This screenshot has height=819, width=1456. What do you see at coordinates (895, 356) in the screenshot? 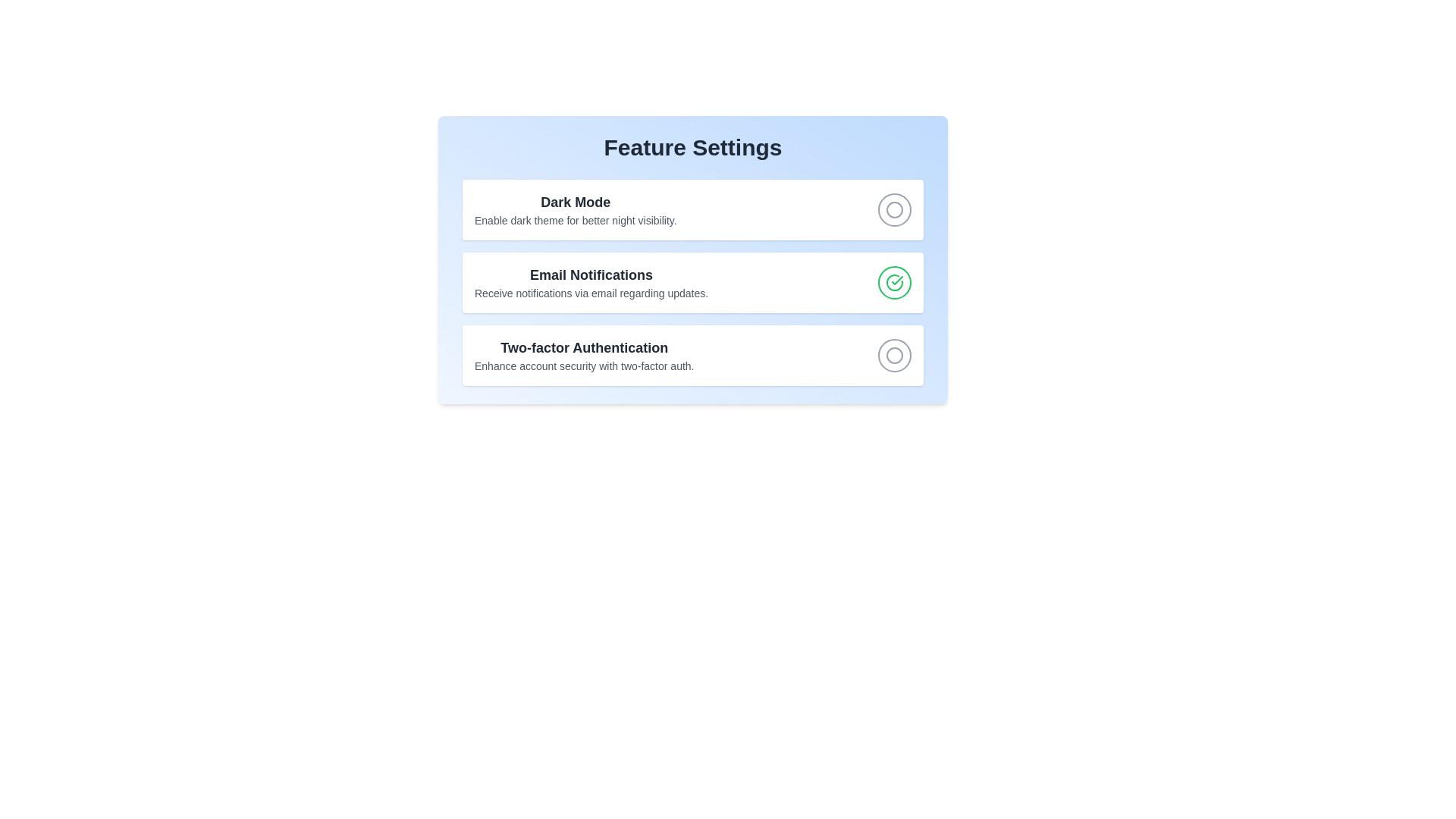
I see `the circular icon representing 'Two-factor Authentication' located at the bottom row of the feature settings list` at bounding box center [895, 356].